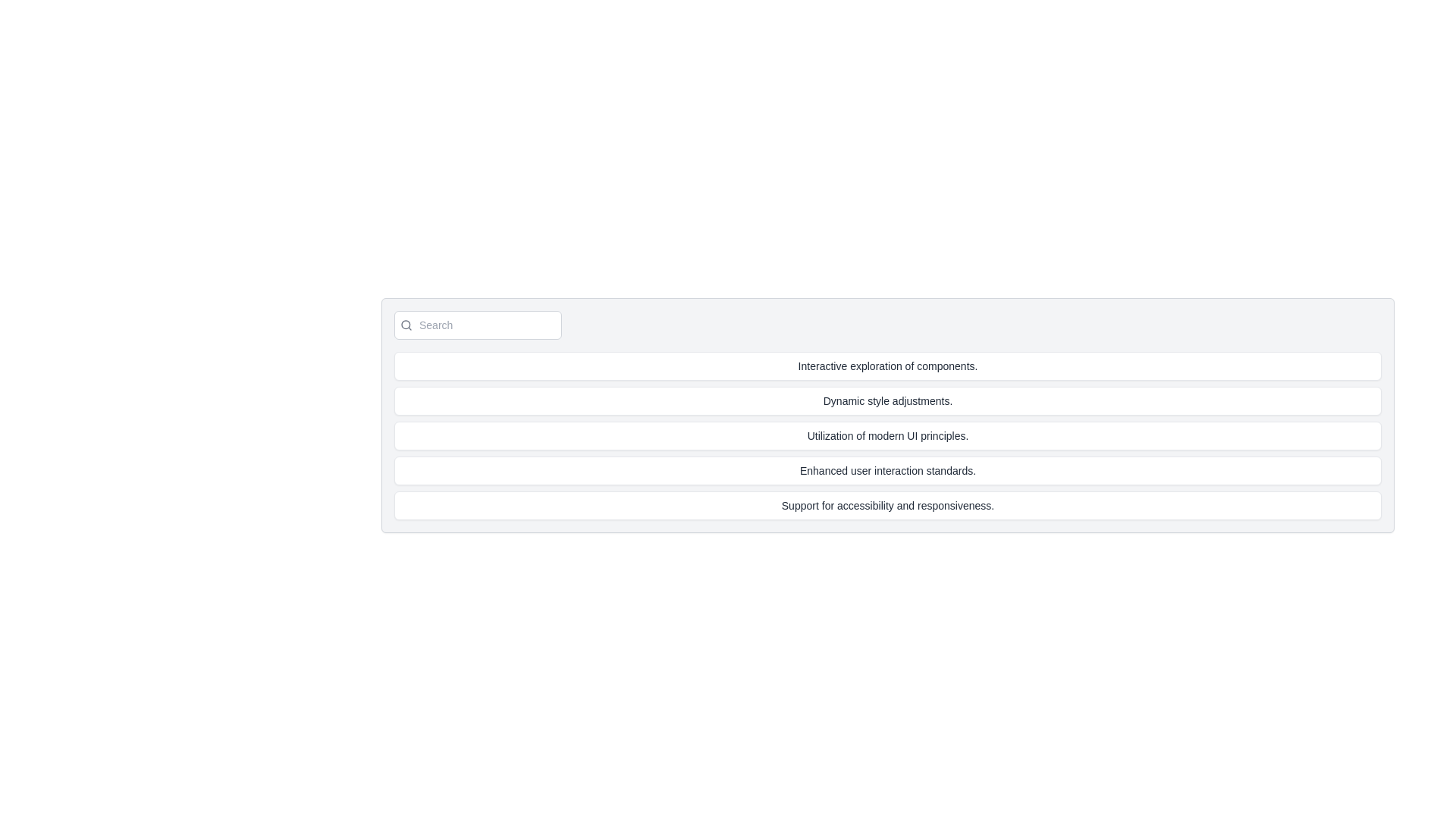 Image resolution: width=1456 pixels, height=819 pixels. Describe the element at coordinates (827, 435) in the screenshot. I see `the lowercase letter 'z' in the word 'Utilization' within the phrase 'Utilization of modern UI principles.'` at that location.